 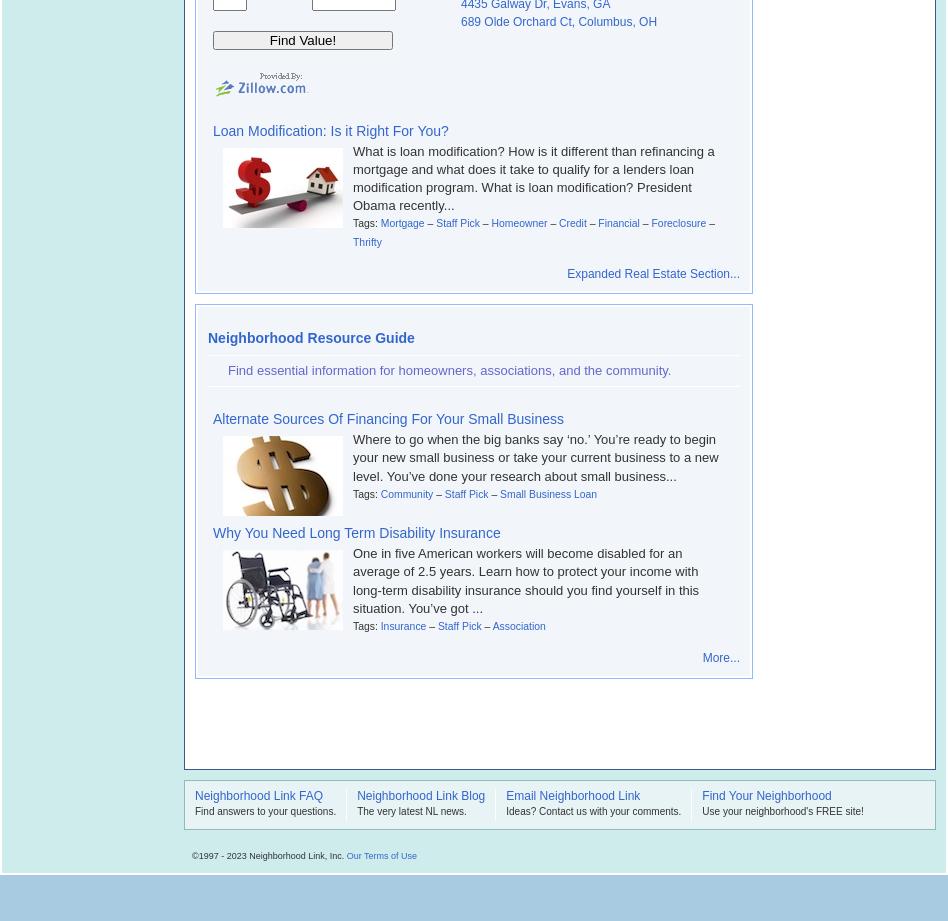 I want to click on 'Association', so click(x=518, y=625).